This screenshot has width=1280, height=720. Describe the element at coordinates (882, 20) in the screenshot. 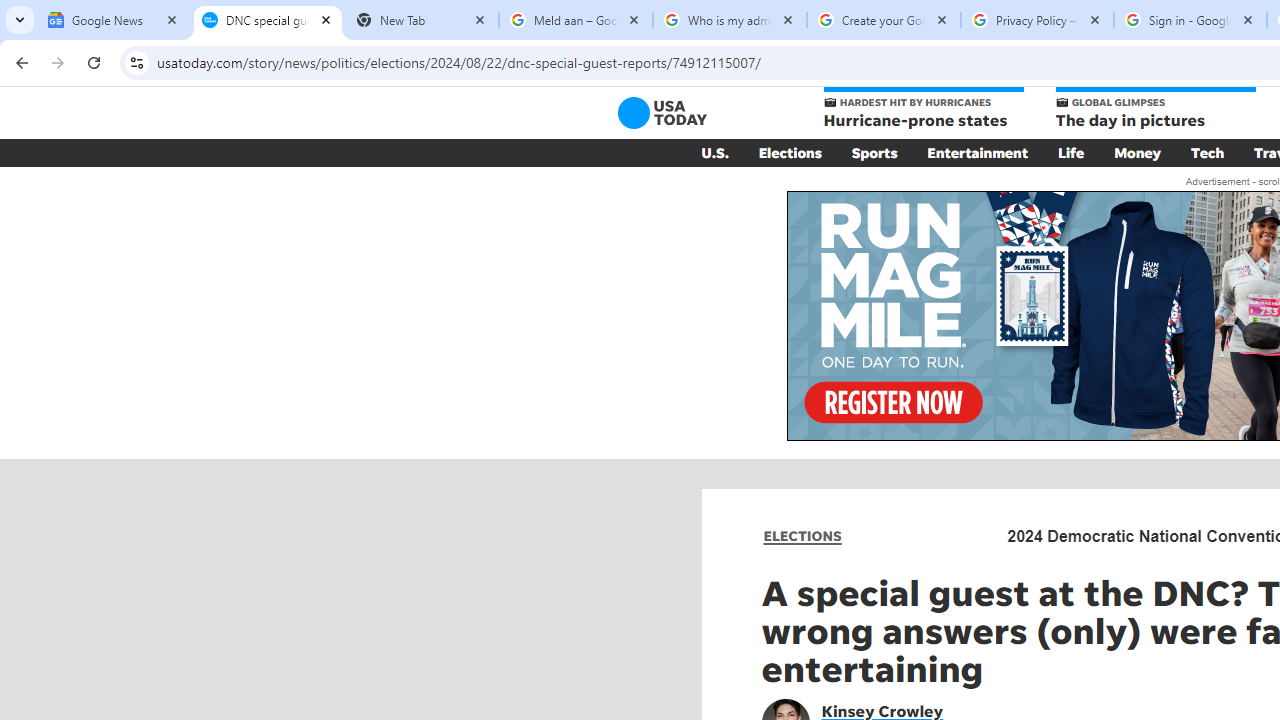

I see `'Create your Google Account'` at that location.